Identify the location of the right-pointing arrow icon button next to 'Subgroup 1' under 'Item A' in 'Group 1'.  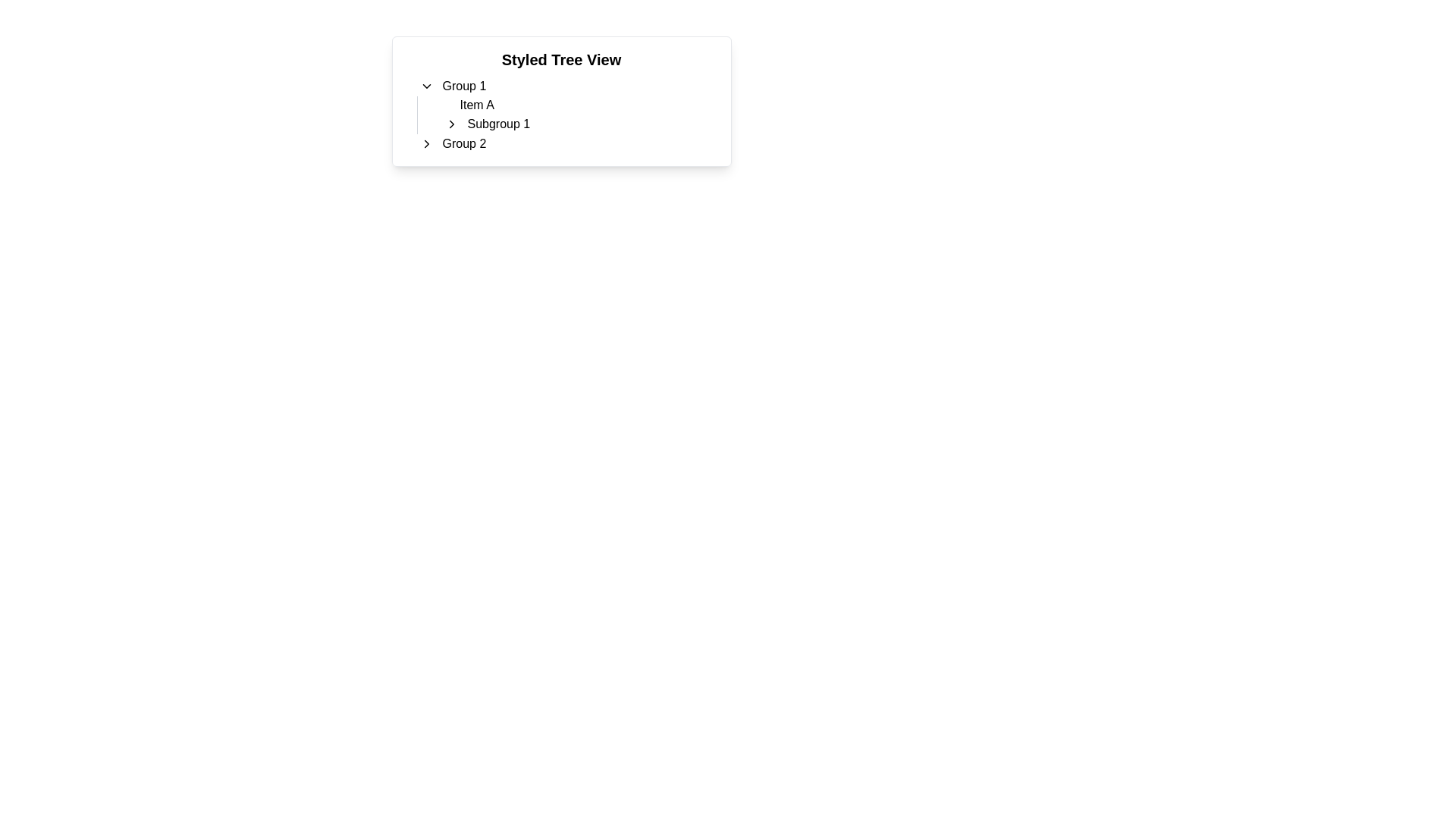
(450, 124).